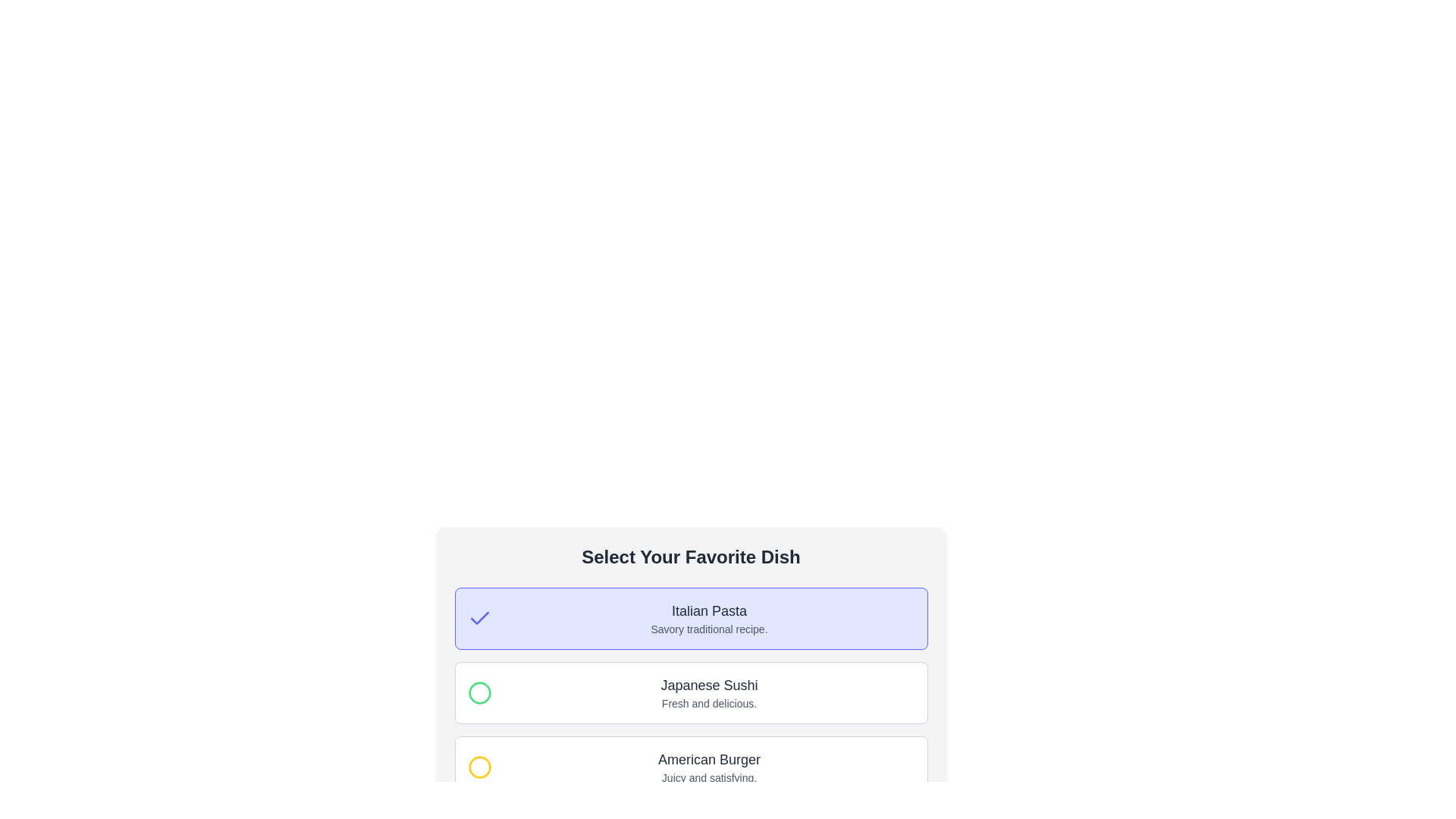 The height and width of the screenshot is (819, 1456). What do you see at coordinates (708, 610) in the screenshot?
I see `text label that identifies the dish 'Italian Pasta' in the food selection interface, positioned above the descriptive text 'Savory traditional recipe.'` at bounding box center [708, 610].